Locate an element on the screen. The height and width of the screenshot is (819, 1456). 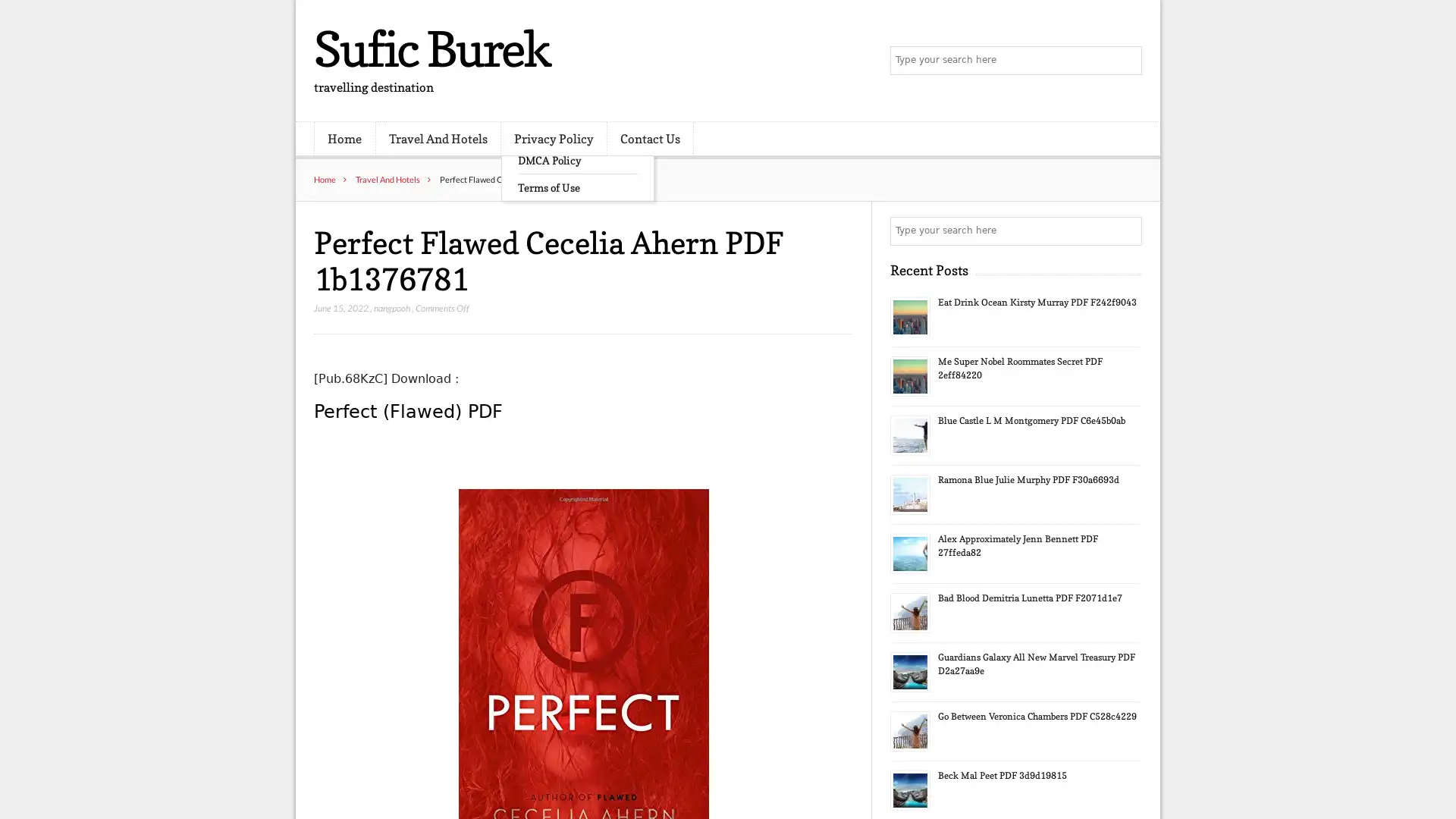
Search is located at coordinates (1126, 61).